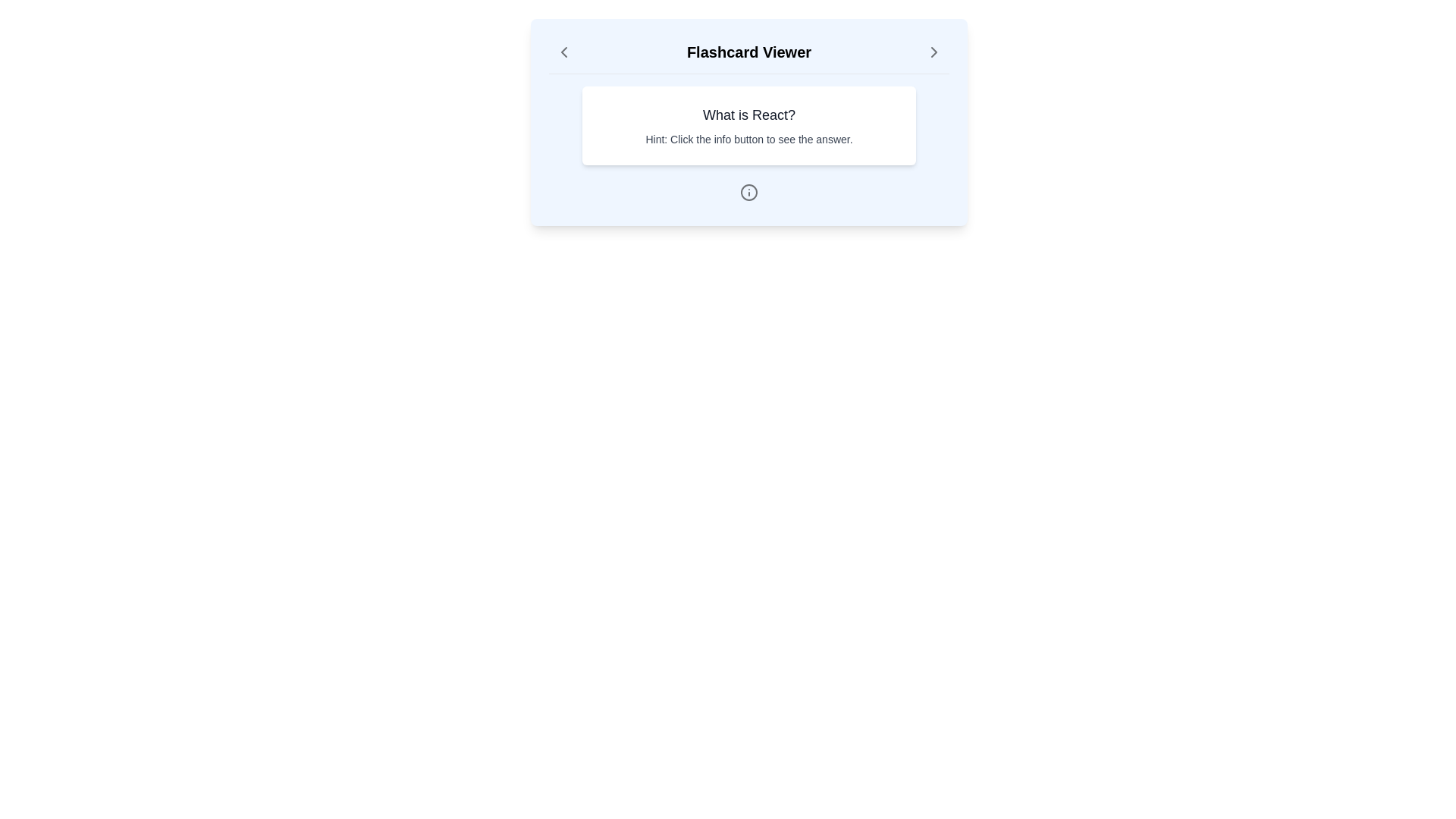 The image size is (1456, 819). What do you see at coordinates (934, 52) in the screenshot?
I see `the navigational control icon located in the top-right corner of the Flashcard Viewer interface to trigger the interaction effect` at bounding box center [934, 52].